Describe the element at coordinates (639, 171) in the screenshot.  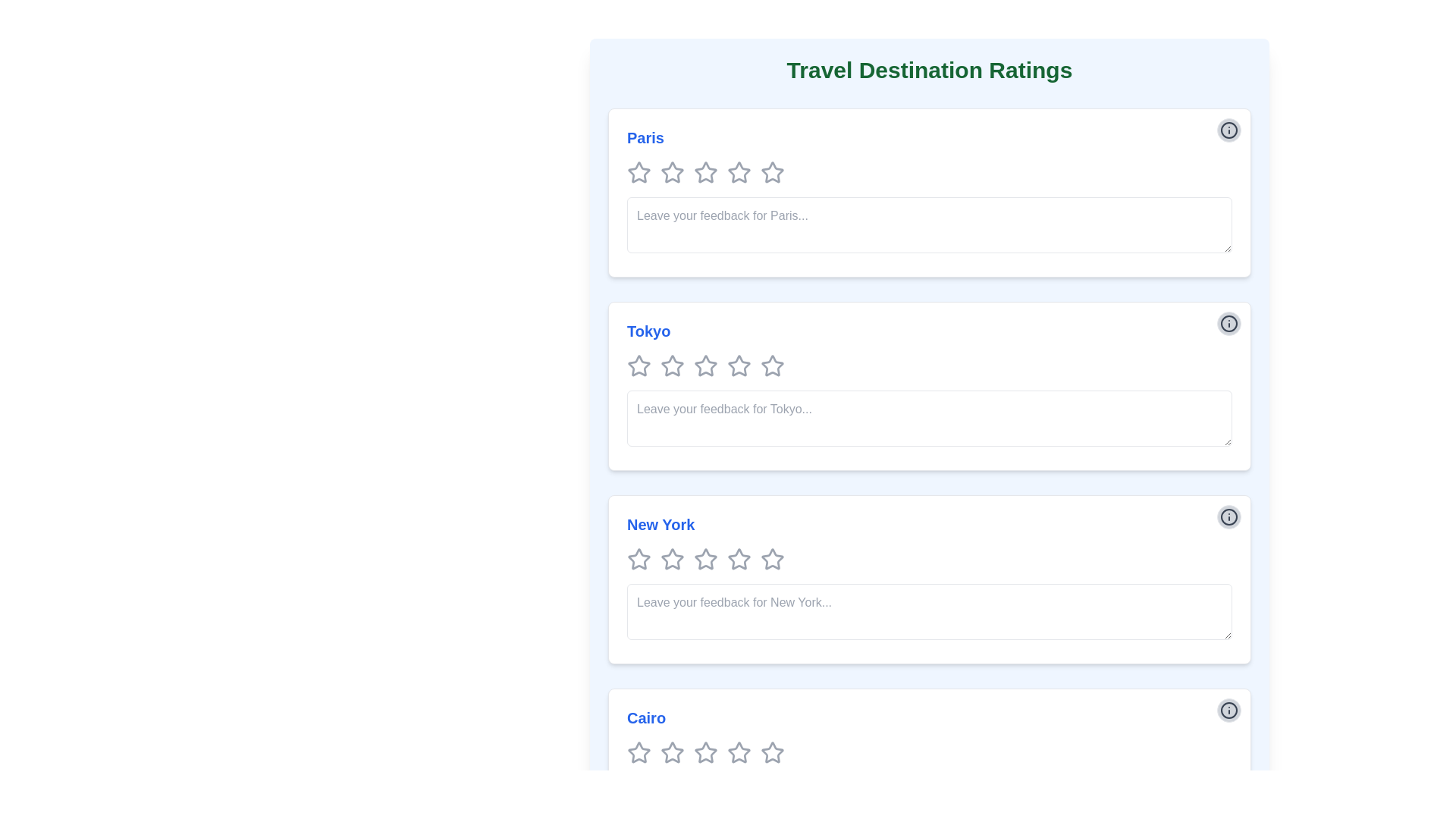
I see `the first star in the horizontal row of five stars under the heading 'Paris'` at that location.